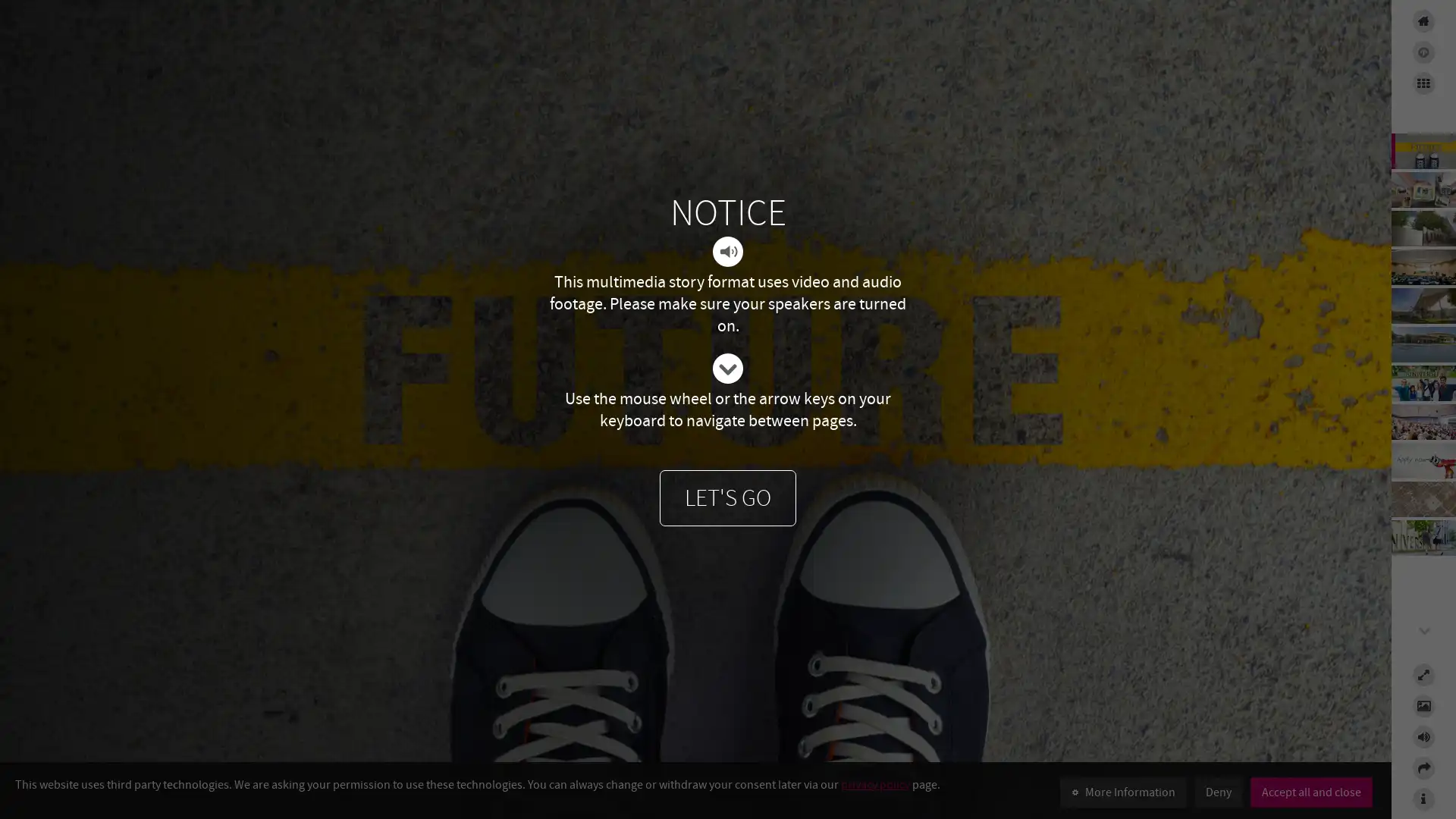  Describe the element at coordinates (1219, 792) in the screenshot. I see `Deny` at that location.